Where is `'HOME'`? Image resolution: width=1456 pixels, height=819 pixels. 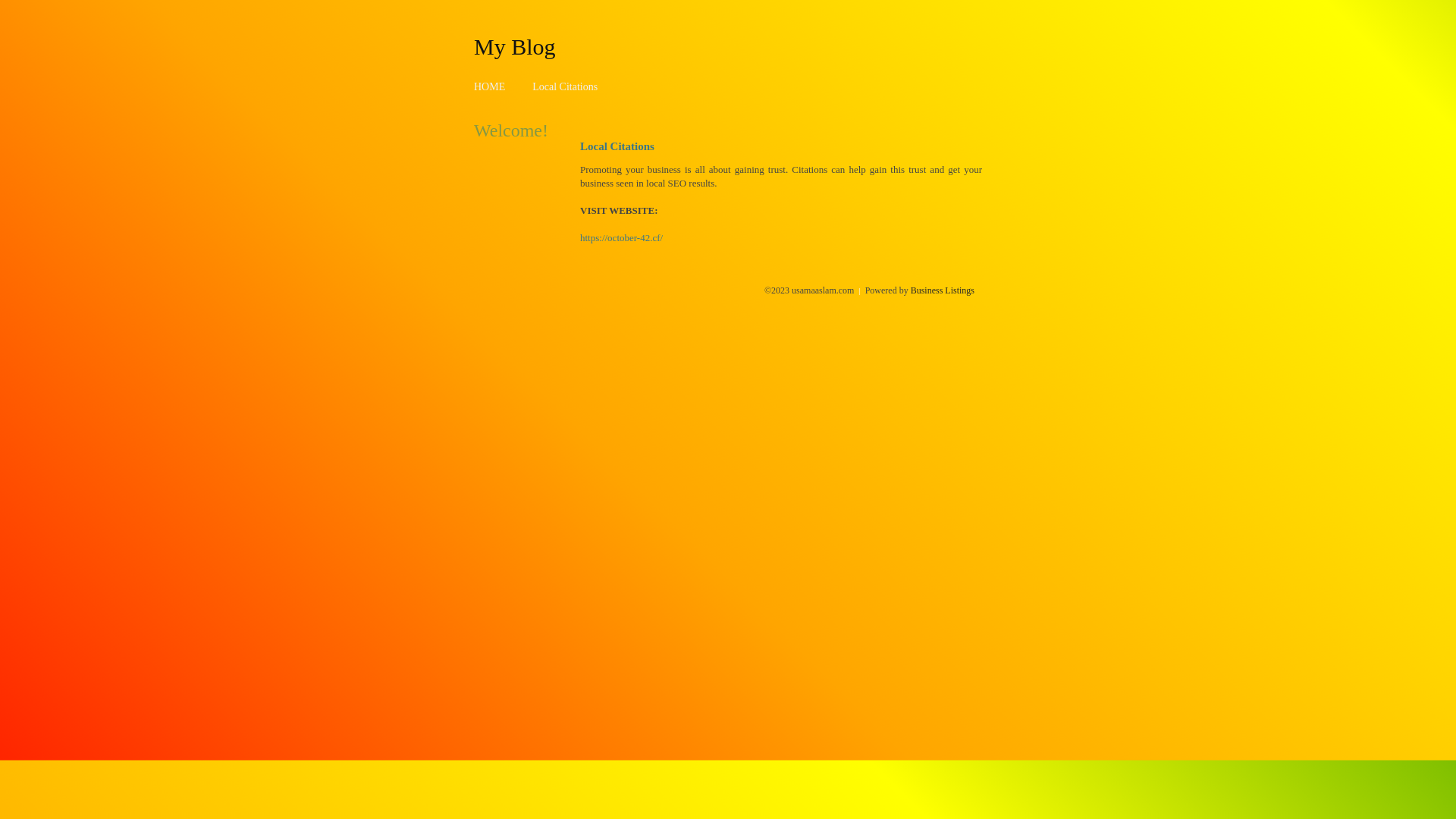
'HOME' is located at coordinates (489, 86).